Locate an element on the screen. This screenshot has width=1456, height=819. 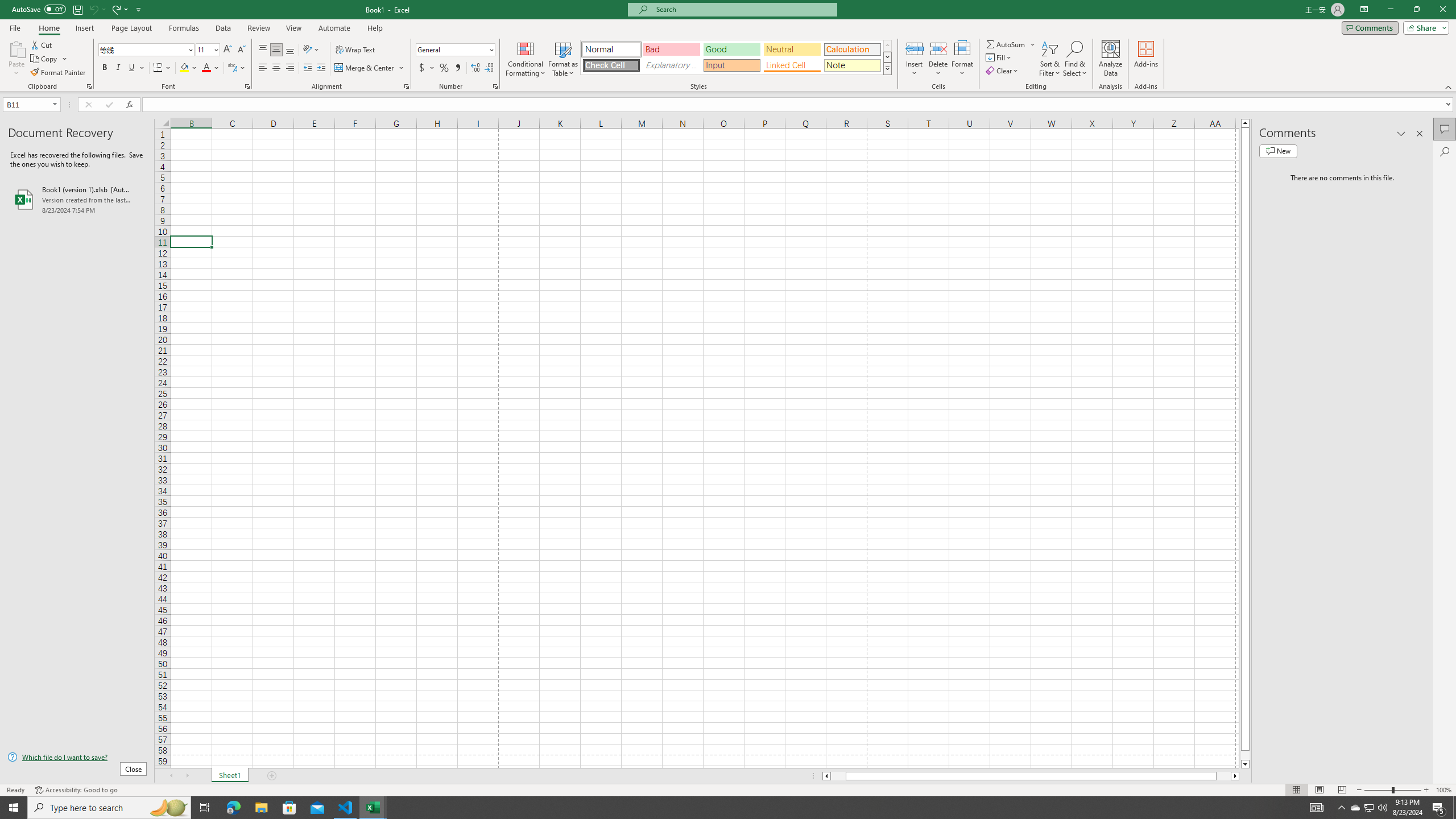
'Show Phonetic Field' is located at coordinates (231, 67).